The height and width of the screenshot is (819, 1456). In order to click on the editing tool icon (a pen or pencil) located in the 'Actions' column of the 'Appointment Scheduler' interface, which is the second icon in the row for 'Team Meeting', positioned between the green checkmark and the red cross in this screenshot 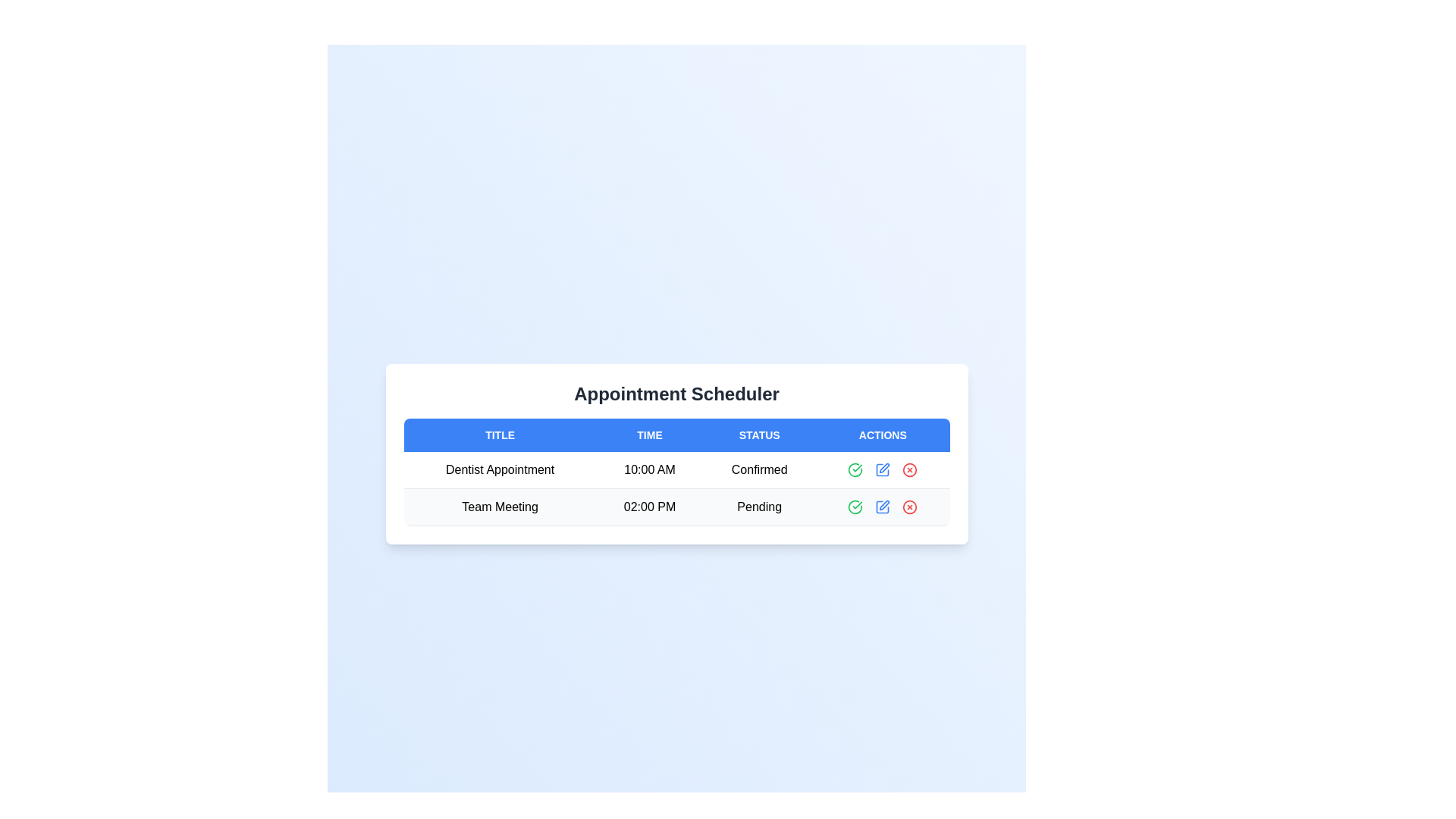, I will do `click(884, 467)`.